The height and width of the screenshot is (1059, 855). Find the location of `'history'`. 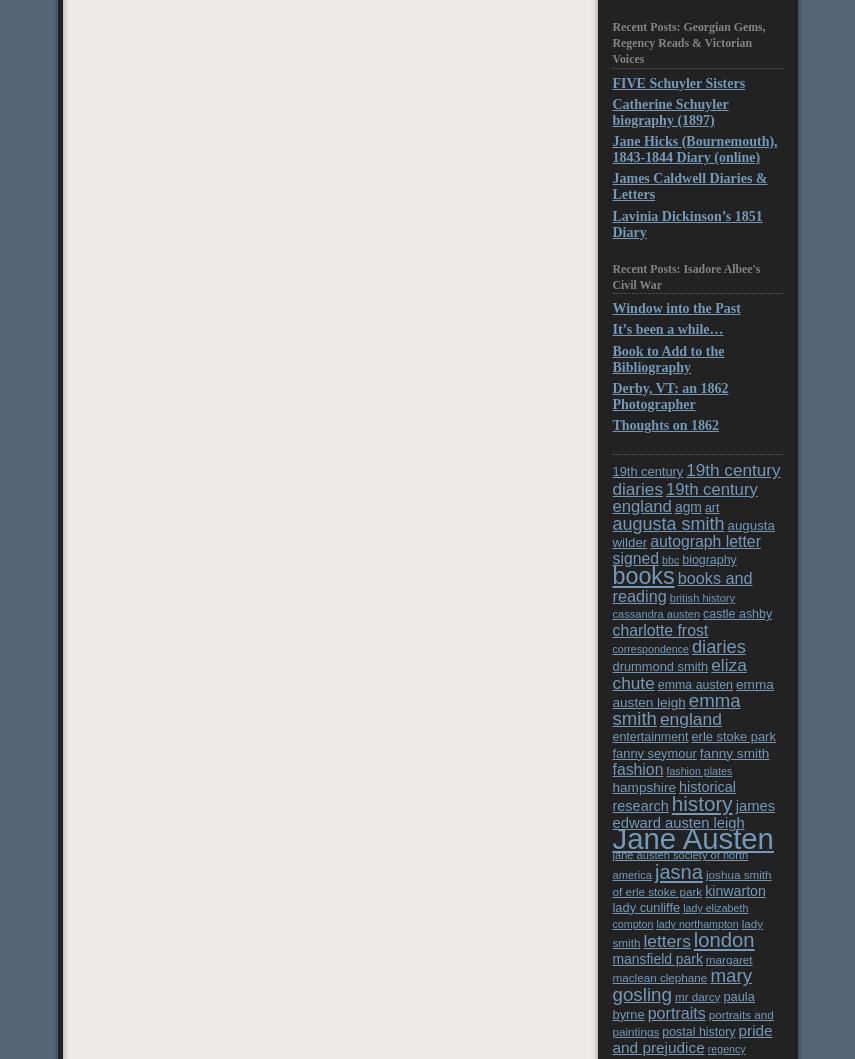

'history' is located at coordinates (700, 802).